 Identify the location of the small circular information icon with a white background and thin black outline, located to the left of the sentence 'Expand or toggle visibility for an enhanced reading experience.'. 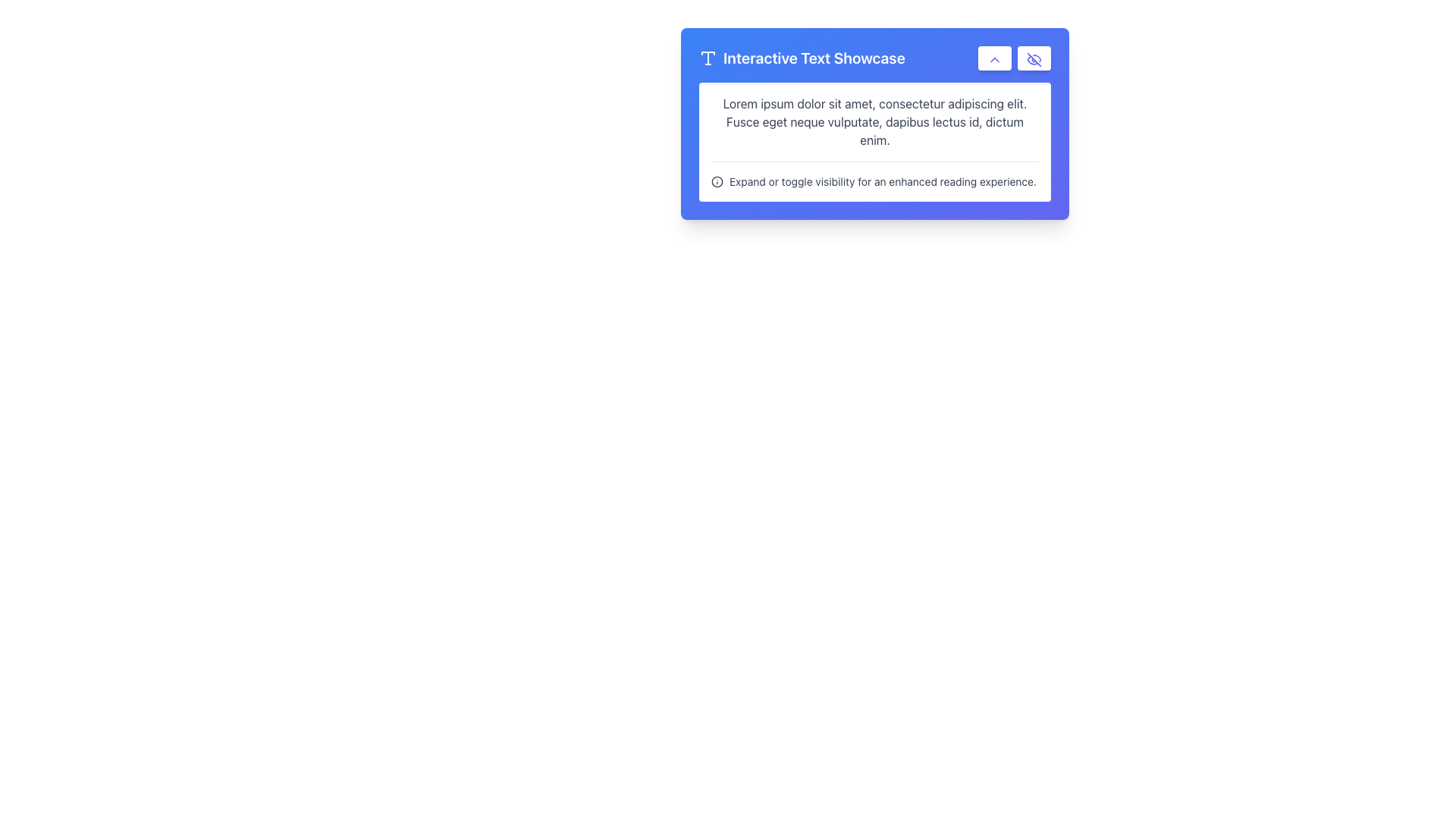
(716, 180).